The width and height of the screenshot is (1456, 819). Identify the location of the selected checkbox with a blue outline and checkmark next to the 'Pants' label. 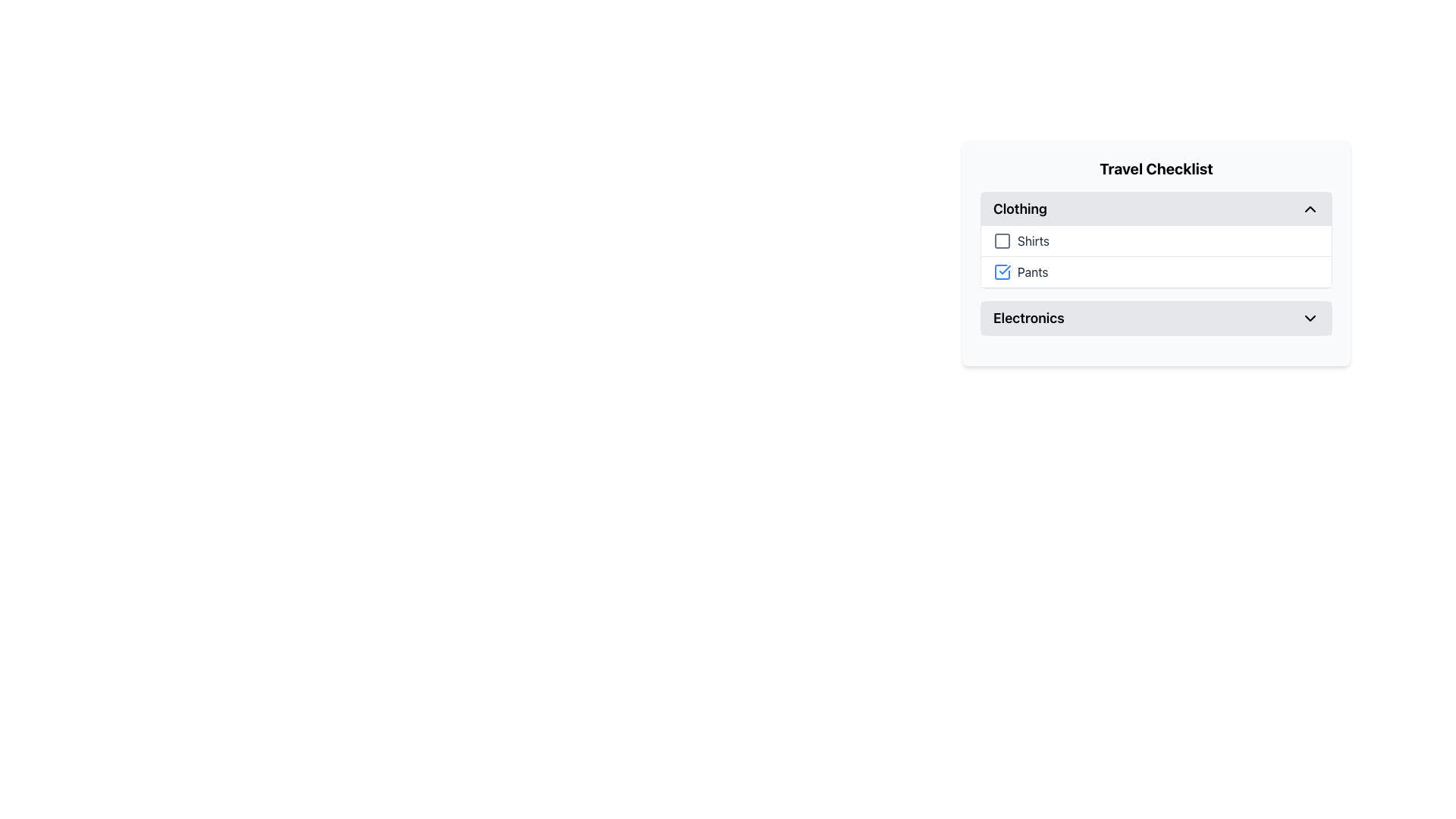
(1002, 271).